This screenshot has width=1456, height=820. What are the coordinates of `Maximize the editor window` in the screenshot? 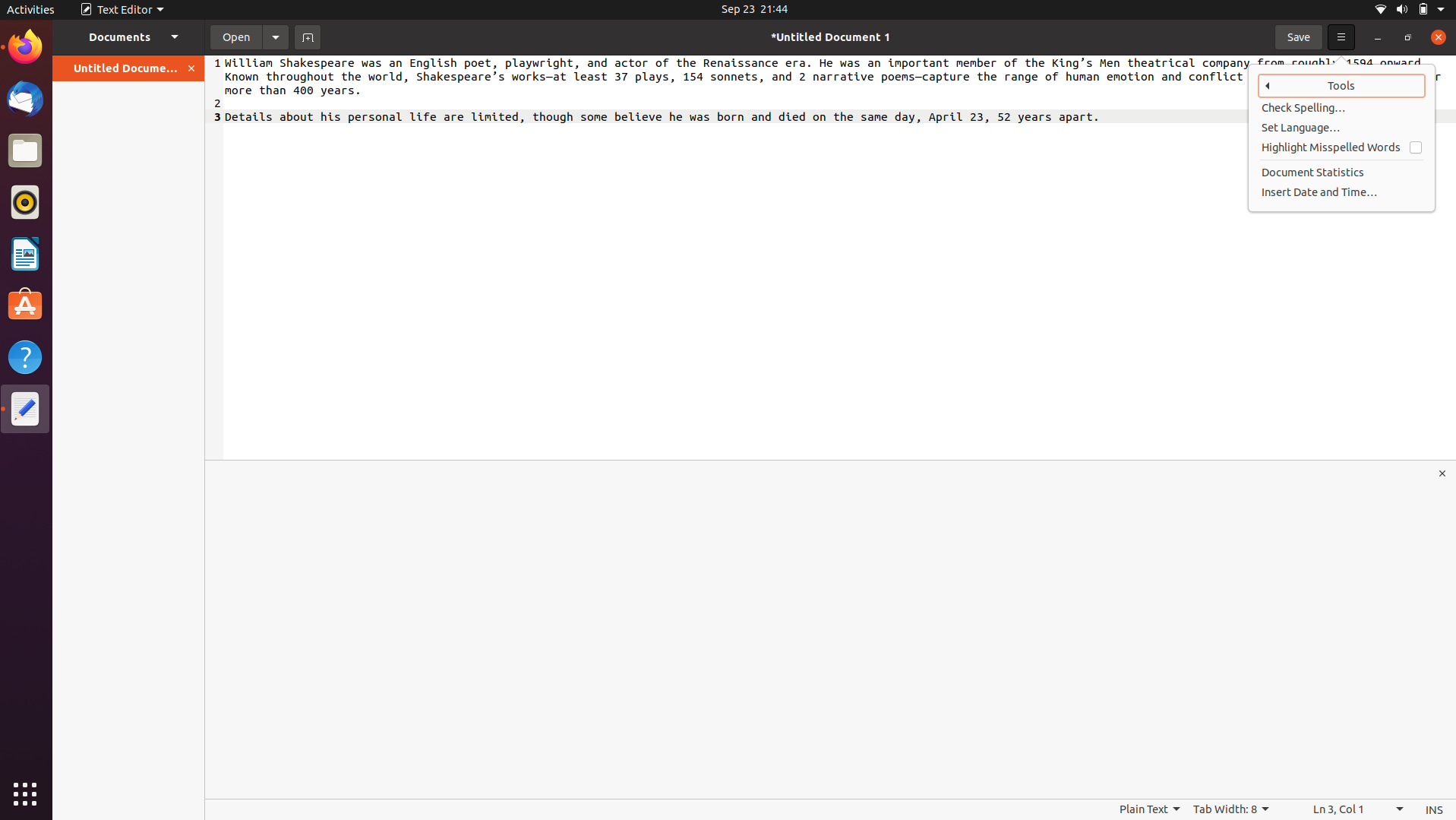 It's located at (1443, 473).